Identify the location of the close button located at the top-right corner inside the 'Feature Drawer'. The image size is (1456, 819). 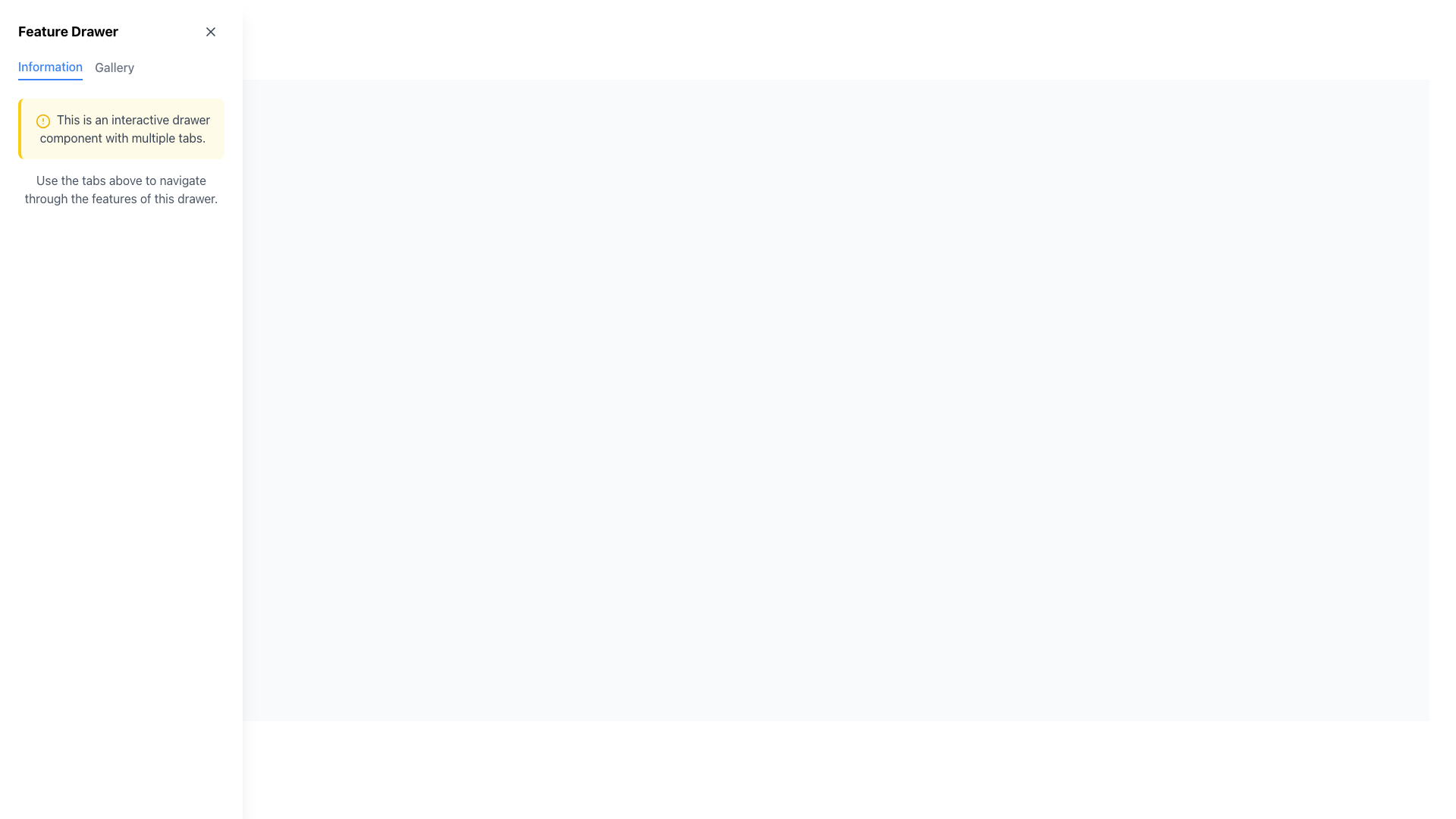
(210, 32).